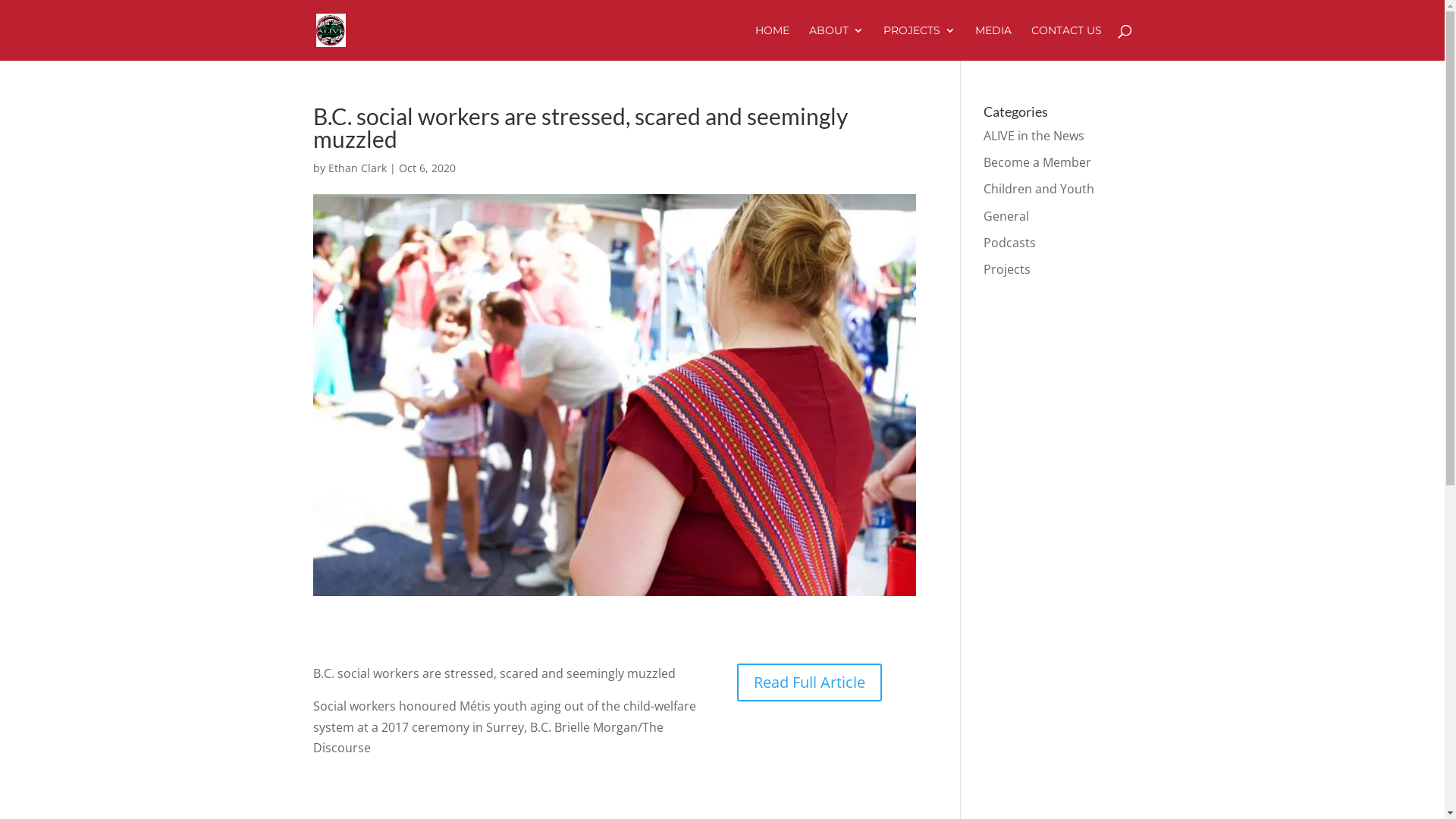 Image resolution: width=1456 pixels, height=819 pixels. I want to click on 'Ethan Clark', so click(356, 168).